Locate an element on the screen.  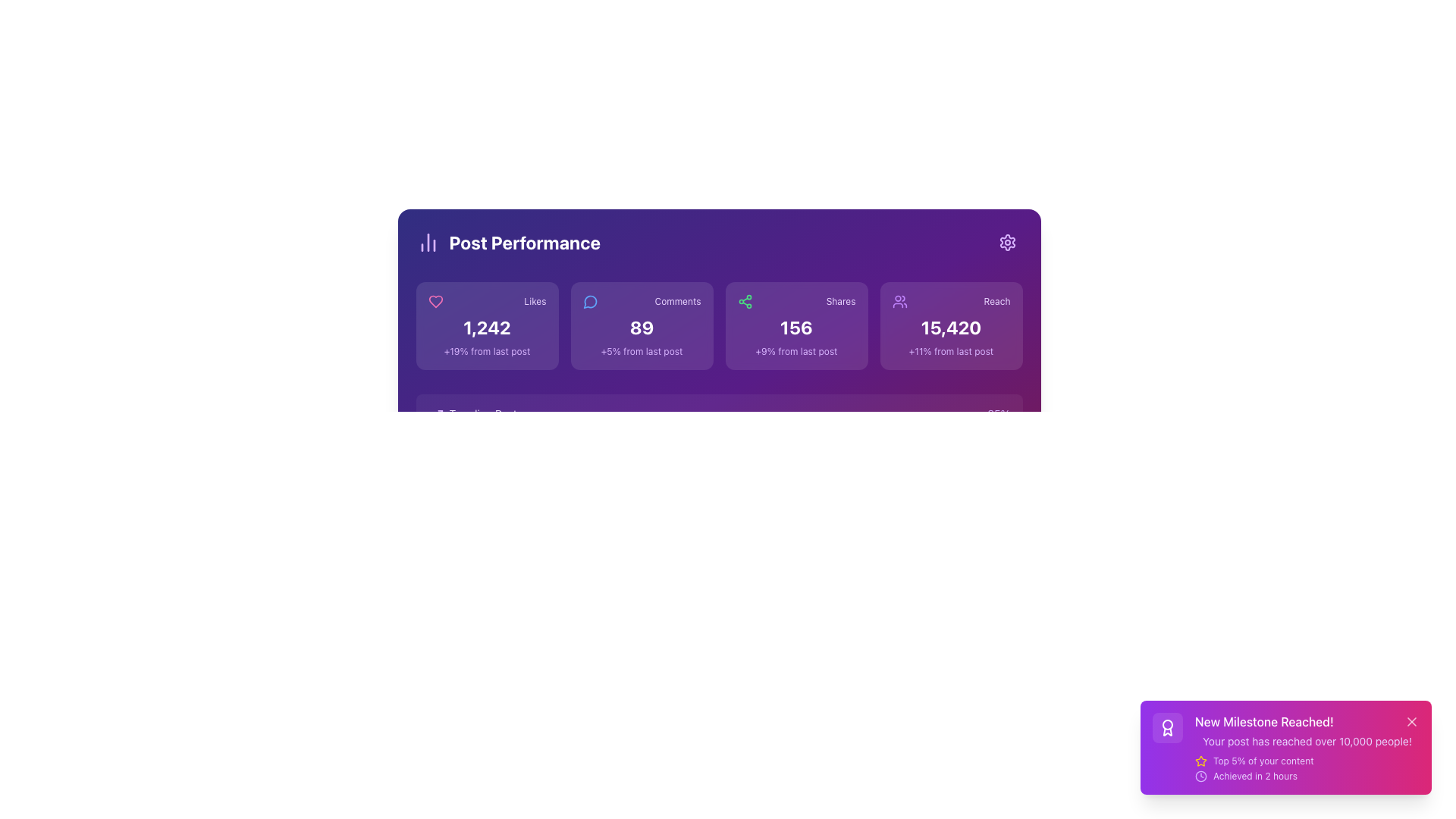
the text label 'Post Performance', which is a prominently styled title in bold white font on a solid purple background, positioned at the top-left of a section above key performance indicators is located at coordinates (525, 242).